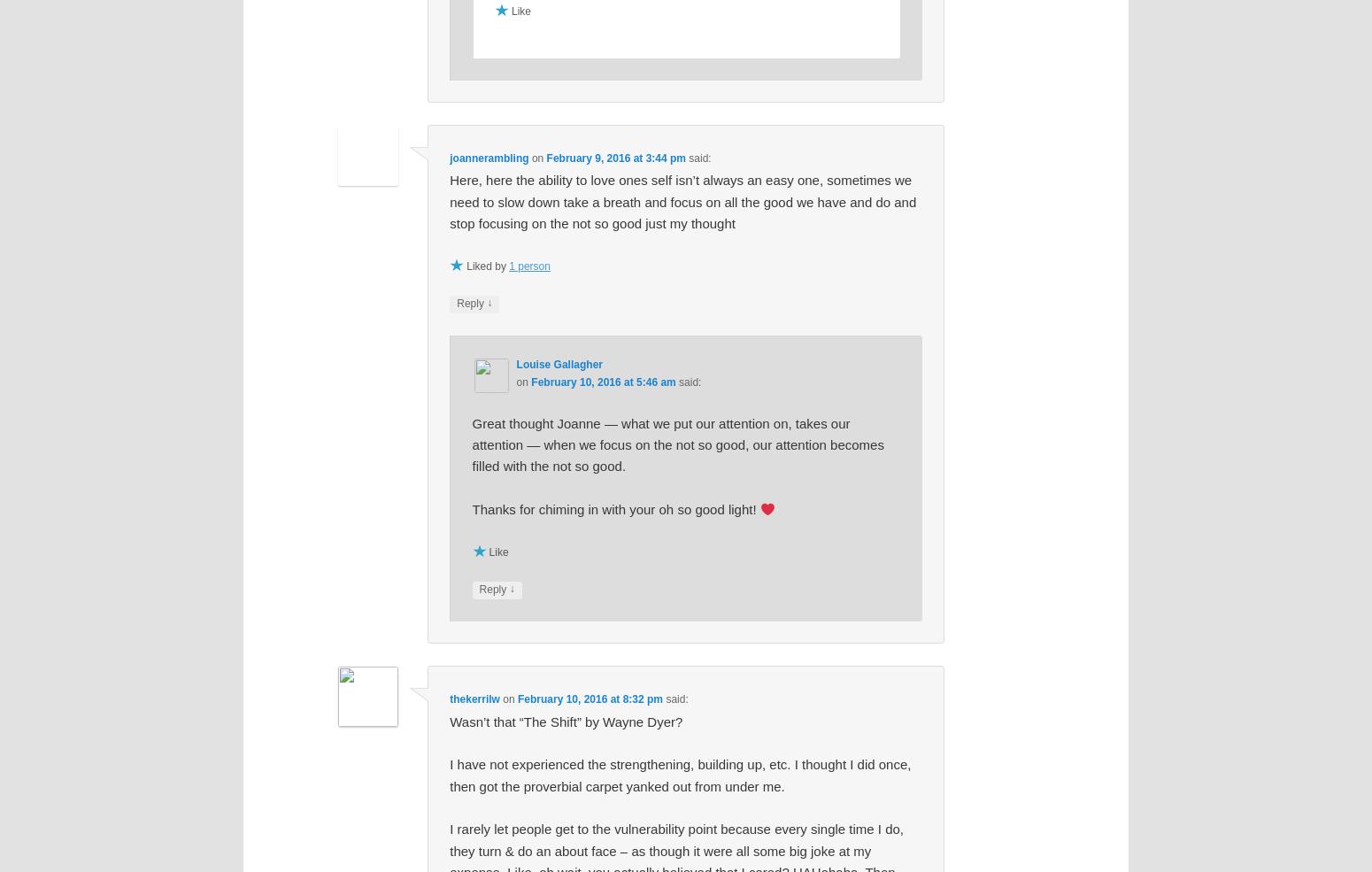  What do you see at coordinates (614, 509) in the screenshot?
I see `'Thanks for chiming in with your oh so good light!'` at bounding box center [614, 509].